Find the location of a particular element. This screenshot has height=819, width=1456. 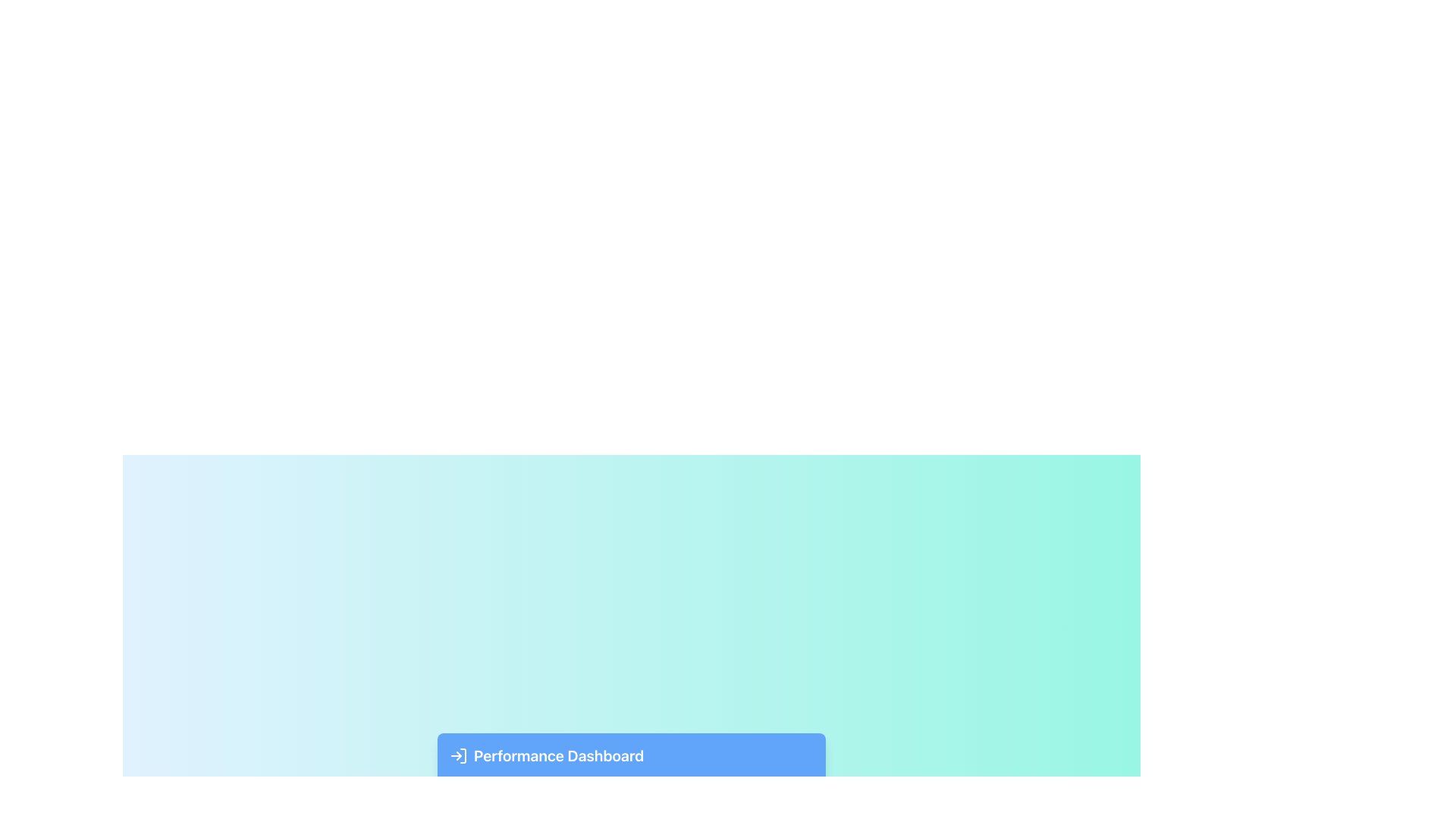

the arrowhead element in the lower right corner of the interface, which serves as a pointer in the navigation representation of the 'Performance Dashboard' icon is located at coordinates (458, 755).